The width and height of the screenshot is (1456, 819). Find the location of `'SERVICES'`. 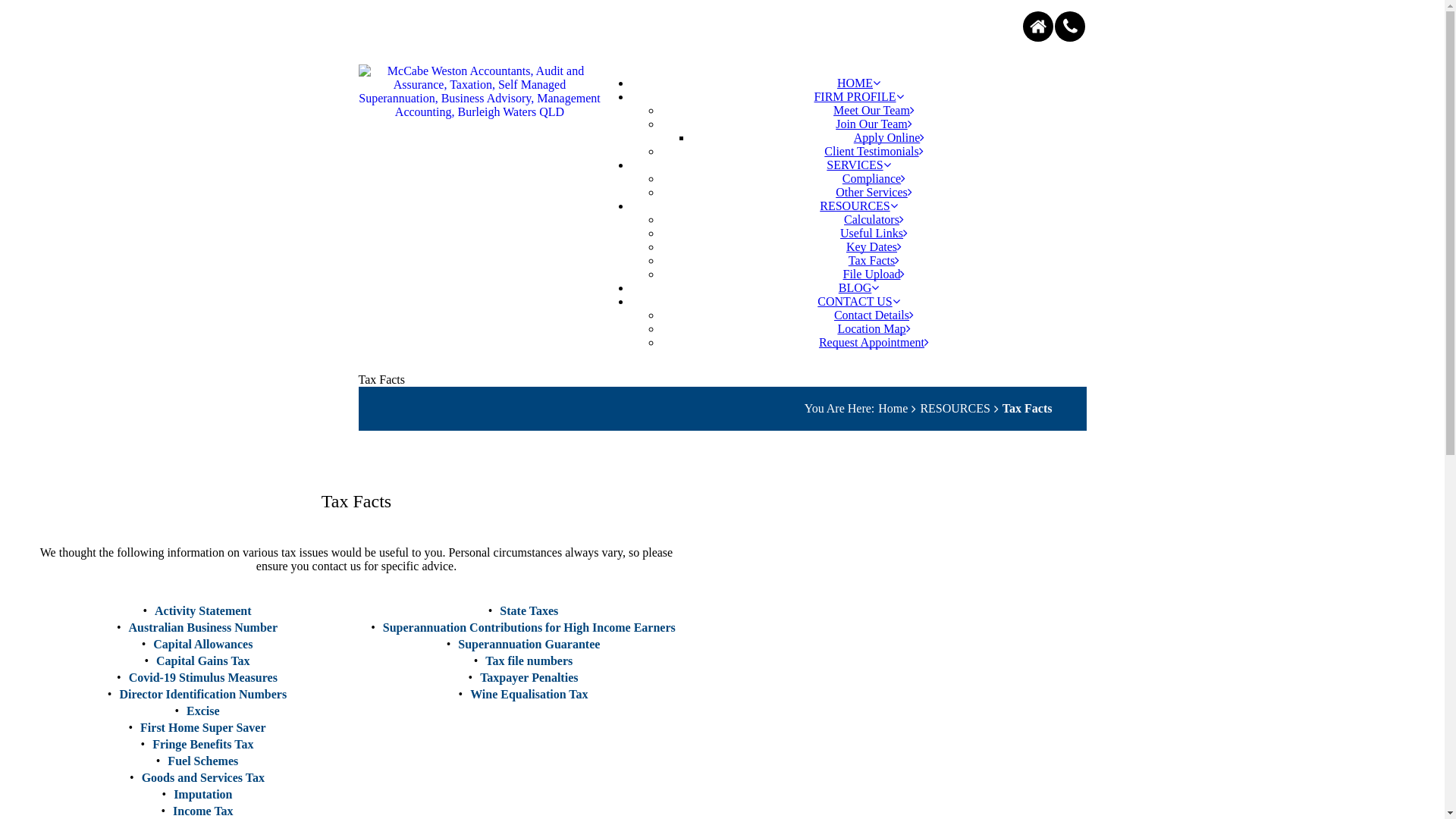

'SERVICES' is located at coordinates (858, 165).